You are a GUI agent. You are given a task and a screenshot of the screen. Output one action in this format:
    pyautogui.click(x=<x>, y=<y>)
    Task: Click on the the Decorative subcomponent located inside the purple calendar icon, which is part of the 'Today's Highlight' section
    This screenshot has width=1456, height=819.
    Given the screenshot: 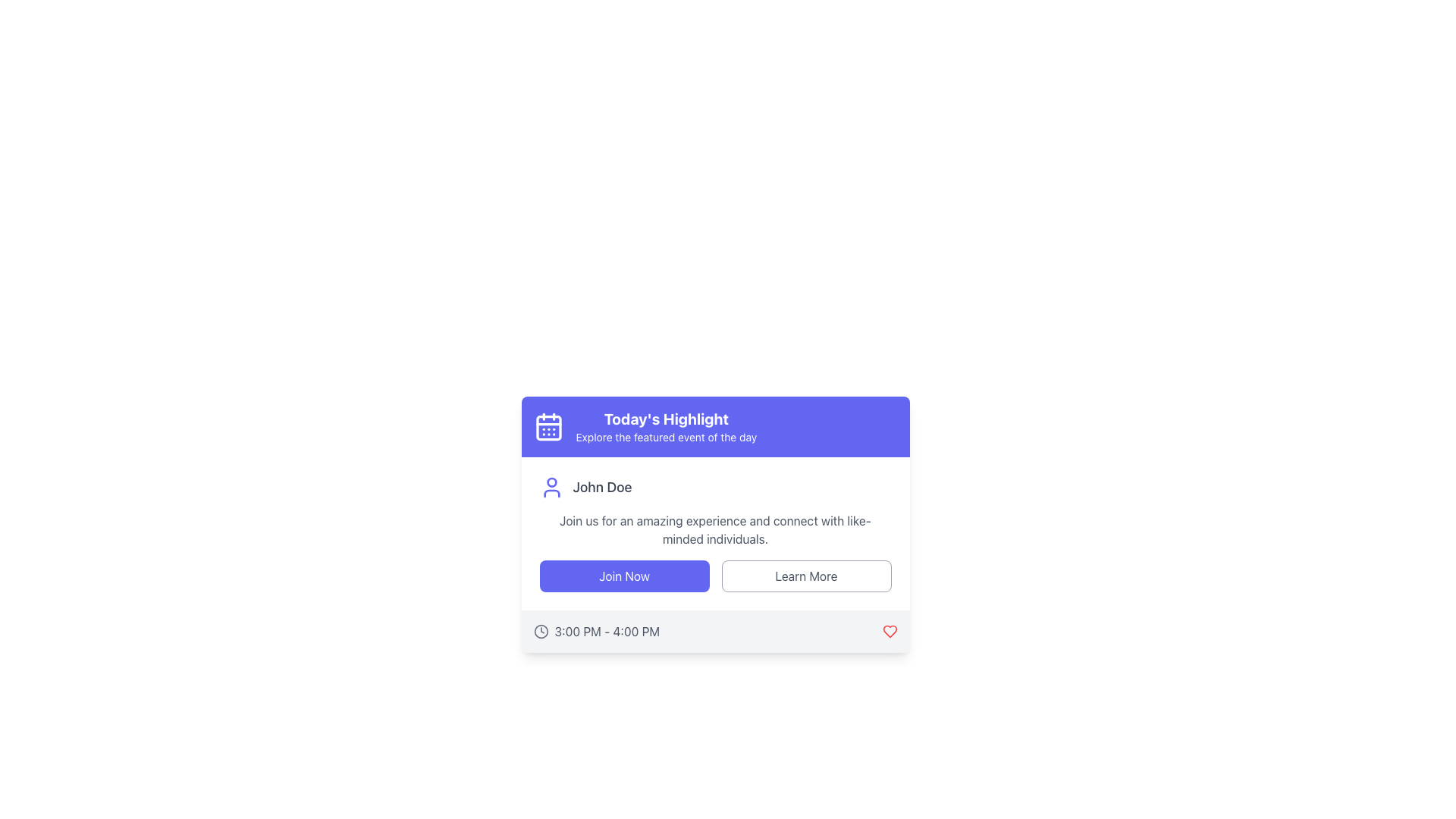 What is the action you would take?
    pyautogui.click(x=548, y=428)
    